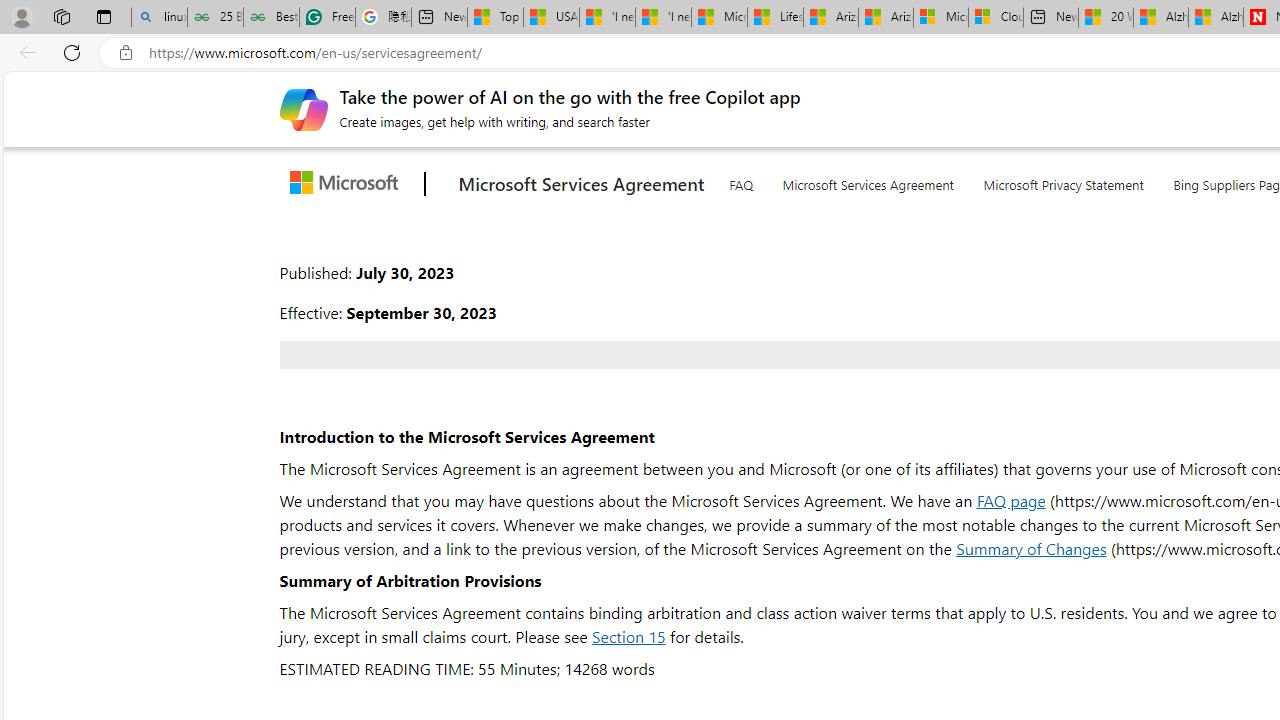 This screenshot has height=720, width=1280. Describe the element at coordinates (327, 17) in the screenshot. I see `'Free AI Writing Assistance for Students | Grammarly'` at that location.